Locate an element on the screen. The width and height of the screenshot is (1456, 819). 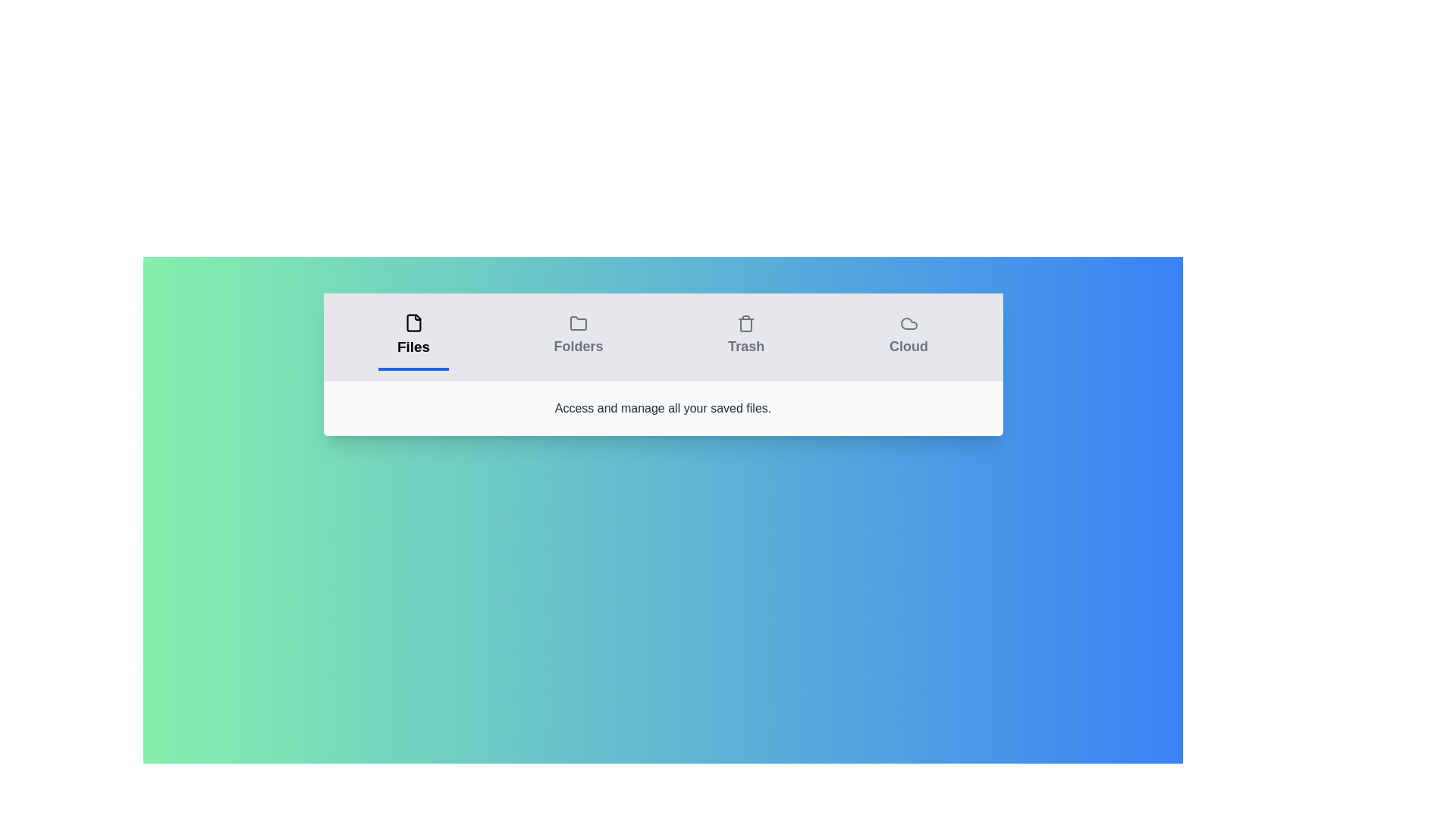
the Cloud tab by clicking on its button is located at coordinates (908, 336).